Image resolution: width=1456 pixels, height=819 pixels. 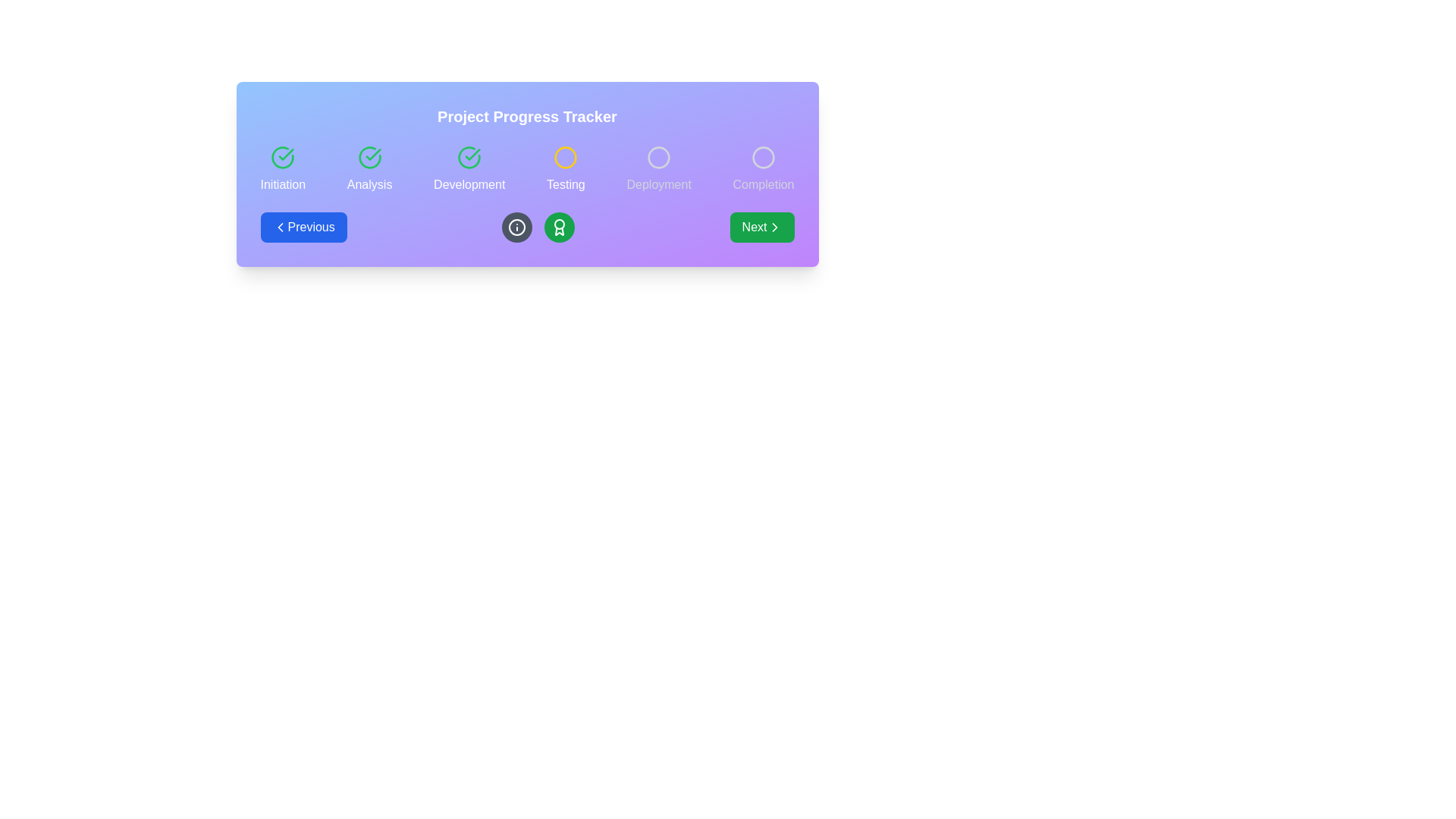 What do you see at coordinates (283, 158) in the screenshot?
I see `the circular icon with a green outline and a checkmark inside, located above the text 'Initiation'` at bounding box center [283, 158].